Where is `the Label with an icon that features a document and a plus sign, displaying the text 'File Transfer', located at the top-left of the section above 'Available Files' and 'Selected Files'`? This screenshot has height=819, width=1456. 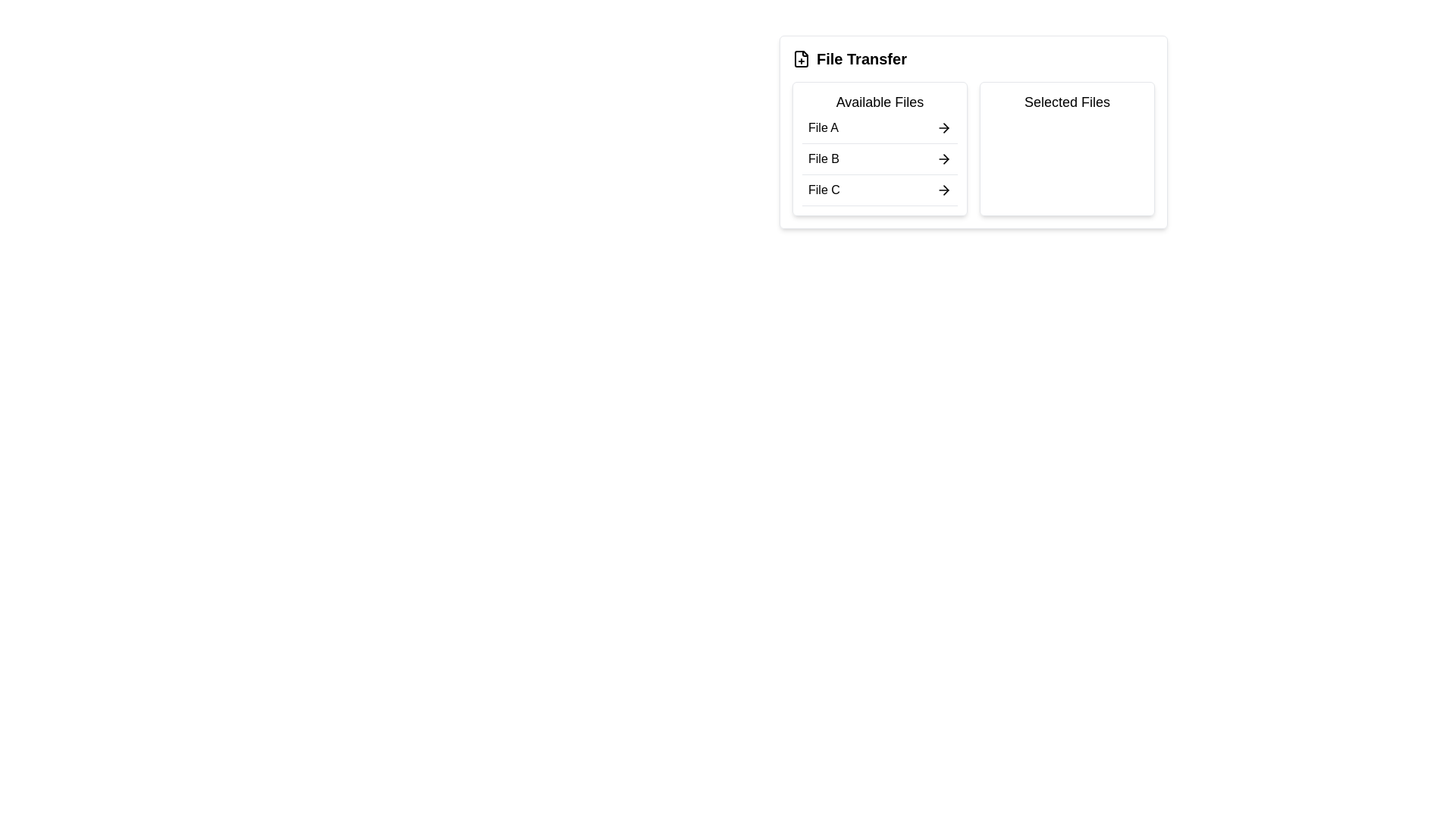
the Label with an icon that features a document and a plus sign, displaying the text 'File Transfer', located at the top-left of the section above 'Available Files' and 'Selected Files' is located at coordinates (849, 58).